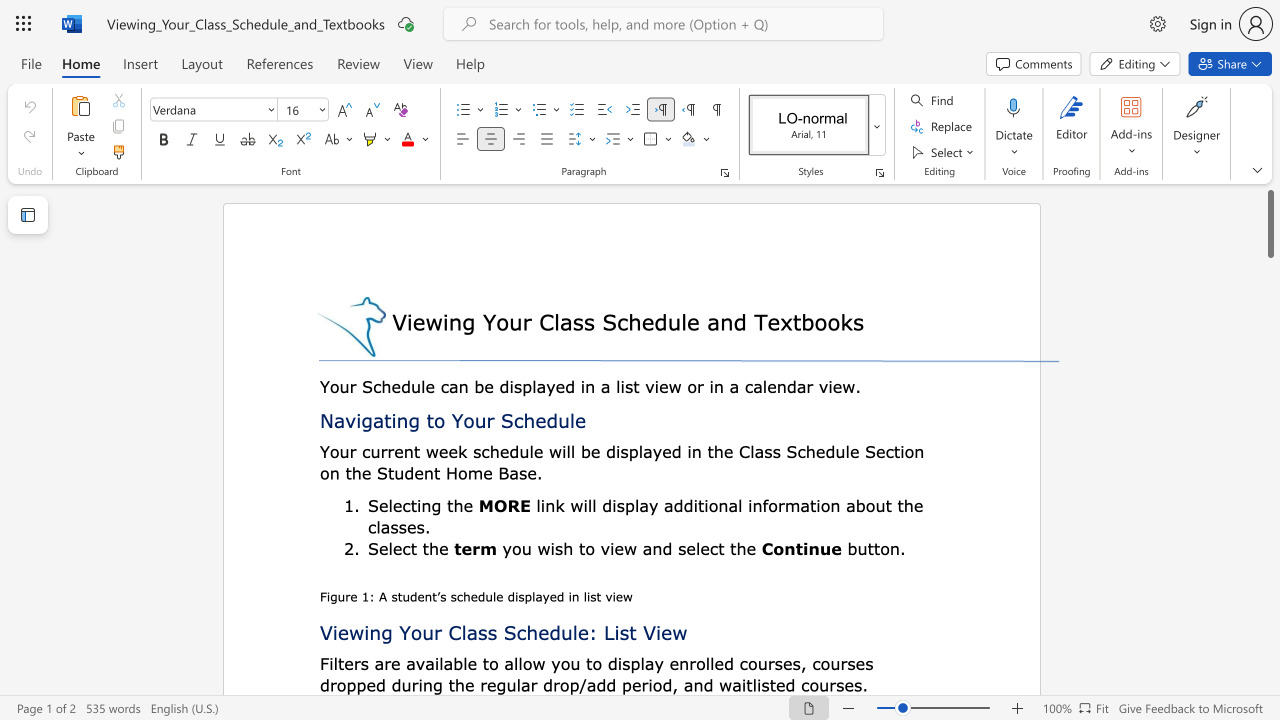 This screenshot has width=1280, height=720. I want to click on the page's right scrollbar for downward movement, so click(1269, 518).